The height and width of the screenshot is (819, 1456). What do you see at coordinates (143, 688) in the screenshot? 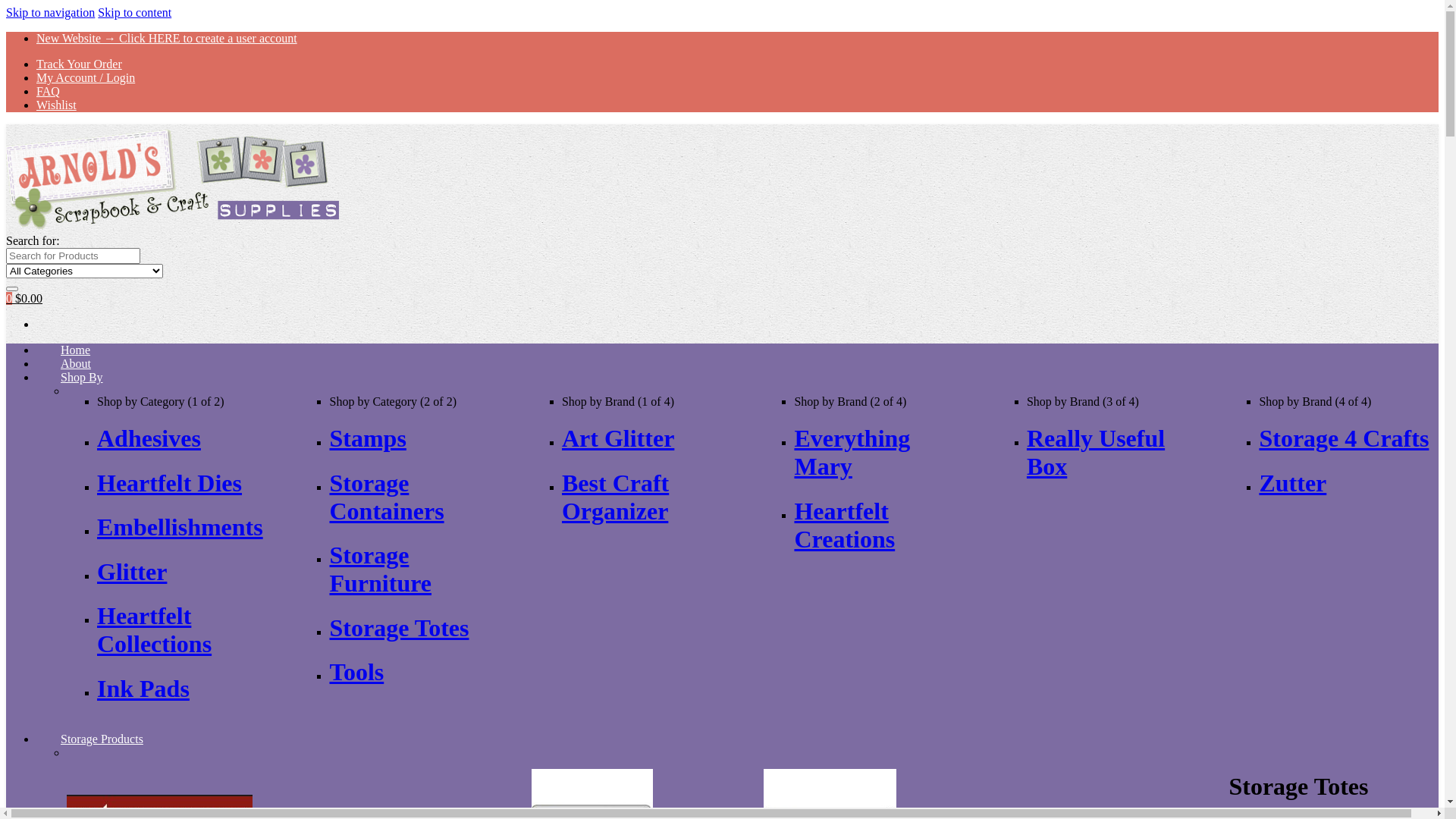
I see `'Ink Pads'` at bounding box center [143, 688].